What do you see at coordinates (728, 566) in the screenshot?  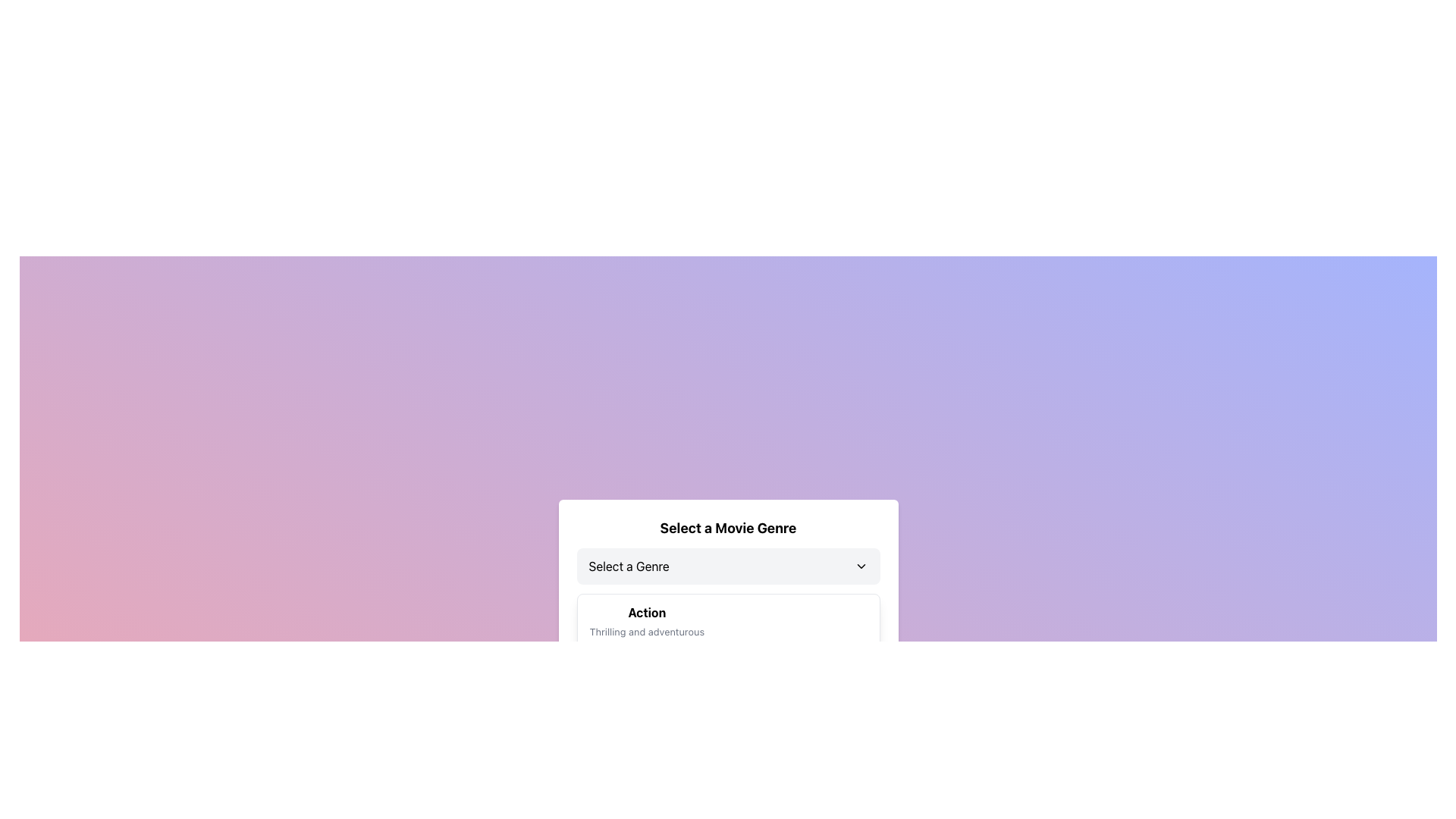 I see `the dropdown menu located below the 'Select a Movie Genre' title` at bounding box center [728, 566].